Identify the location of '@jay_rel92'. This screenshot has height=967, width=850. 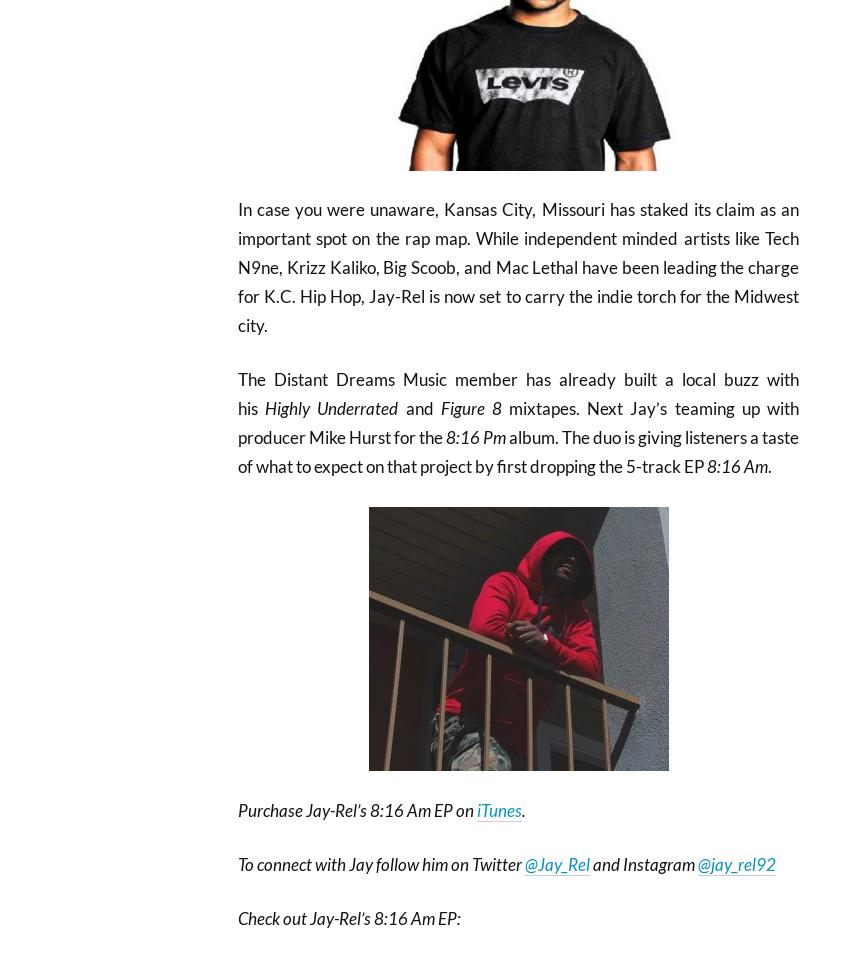
(737, 863).